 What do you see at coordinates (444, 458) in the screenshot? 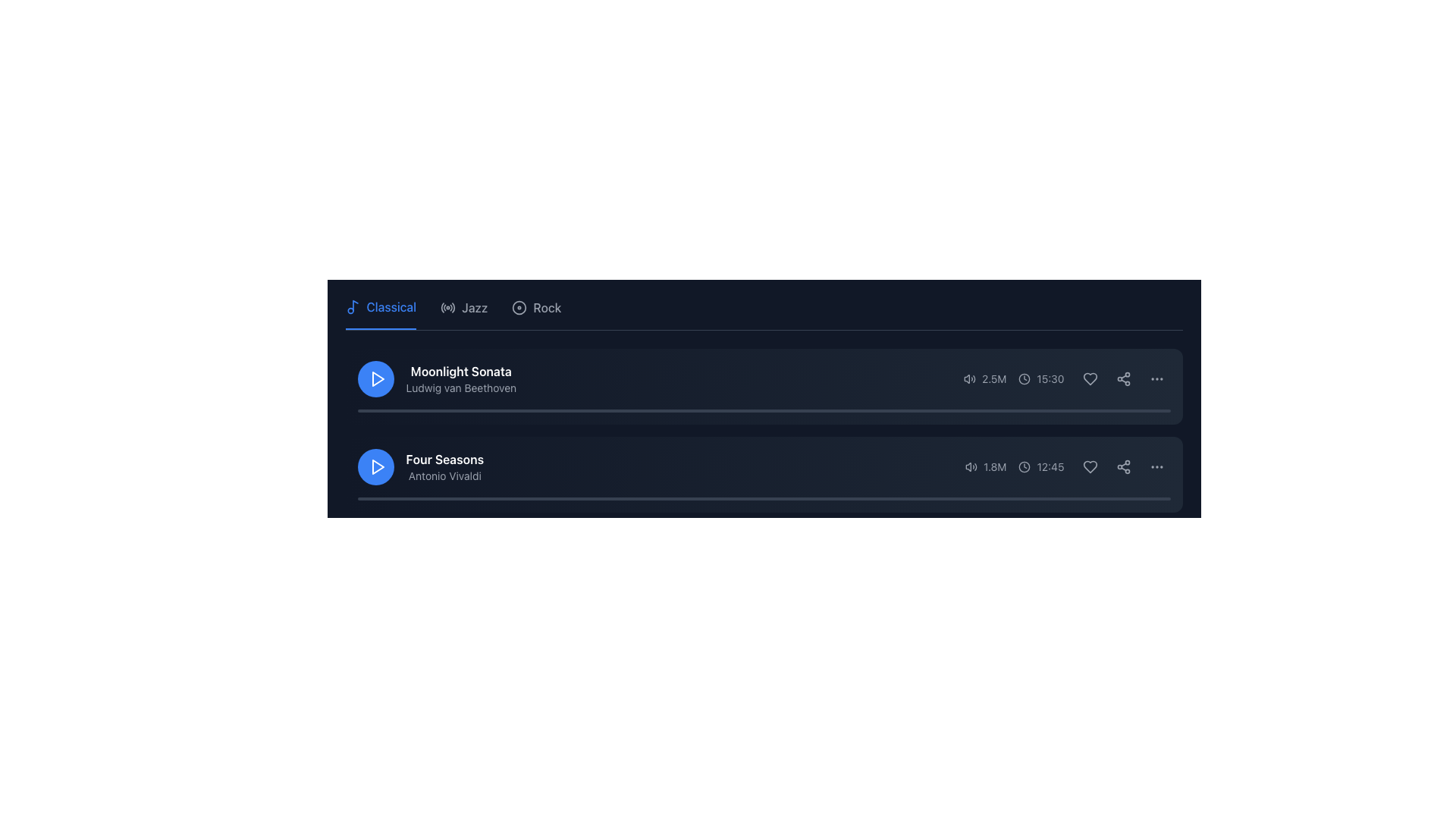
I see `text label containing 'Four Seasons', which is styled with a white font on a dark background and positioned above 'Antonio Vivaldi'` at bounding box center [444, 458].